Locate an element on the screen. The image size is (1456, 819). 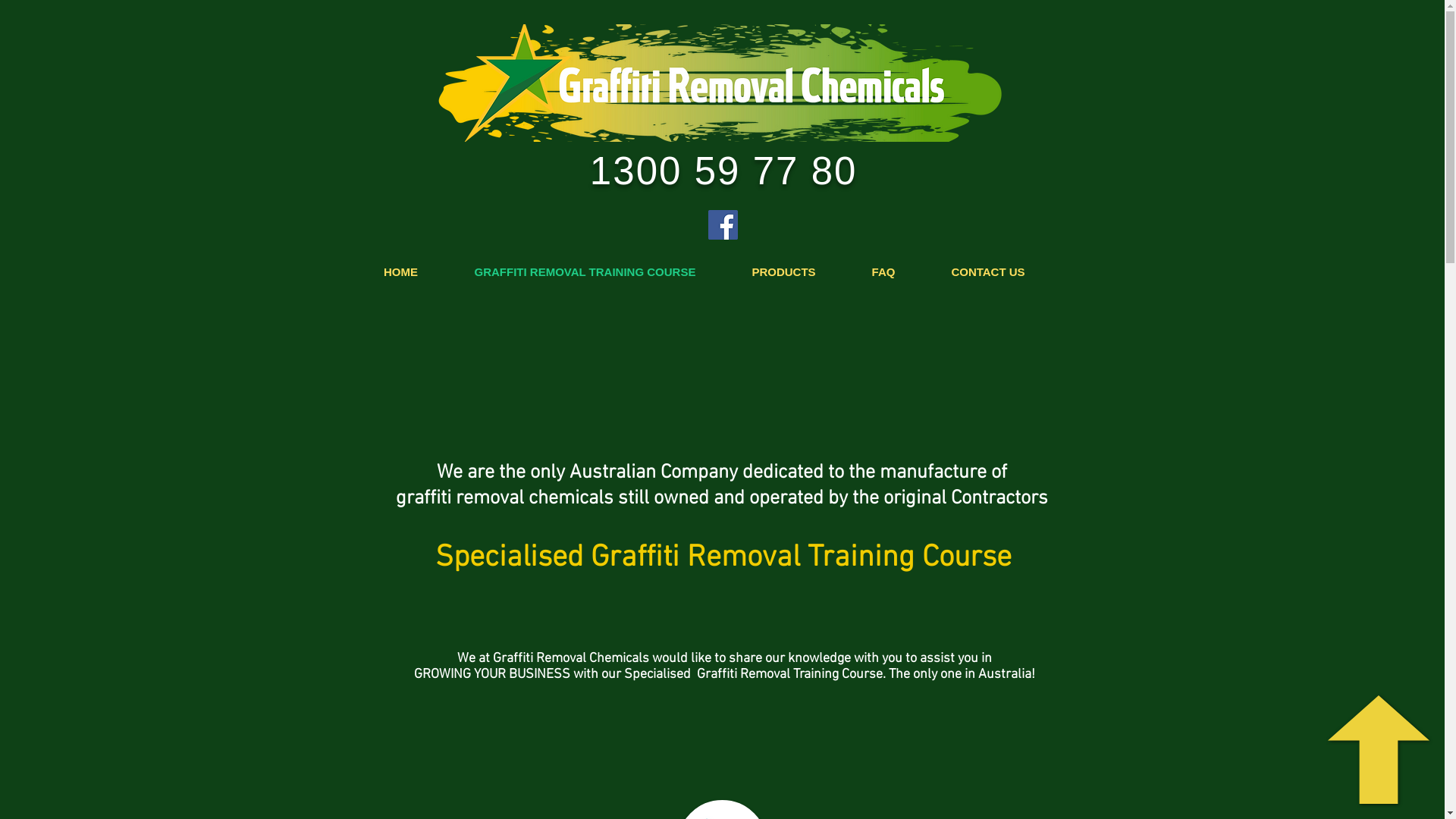
'PRODUCTS' is located at coordinates (783, 271).